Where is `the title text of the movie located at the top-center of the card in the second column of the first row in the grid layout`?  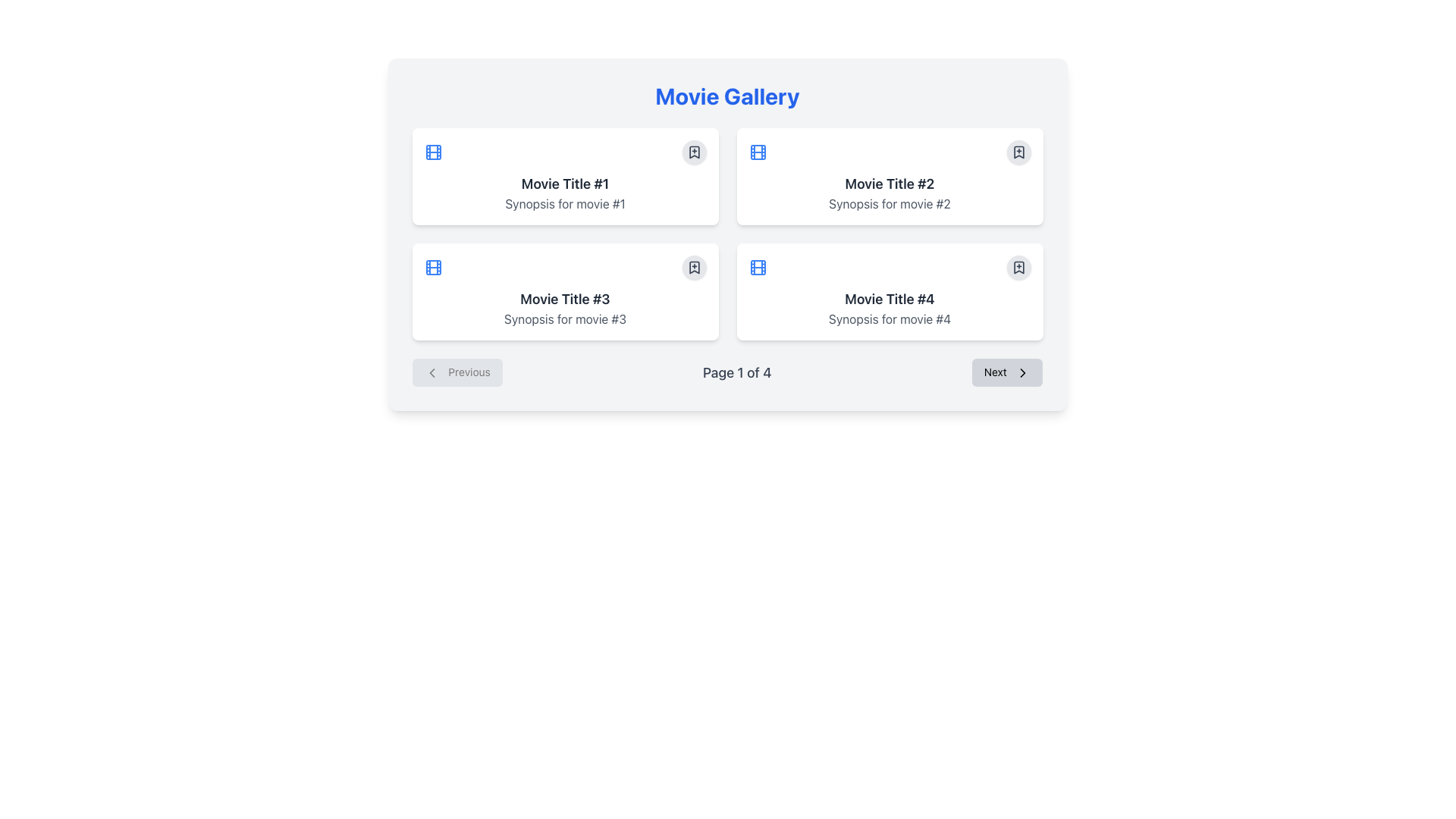 the title text of the movie located at the top-center of the card in the second column of the first row in the grid layout is located at coordinates (890, 184).